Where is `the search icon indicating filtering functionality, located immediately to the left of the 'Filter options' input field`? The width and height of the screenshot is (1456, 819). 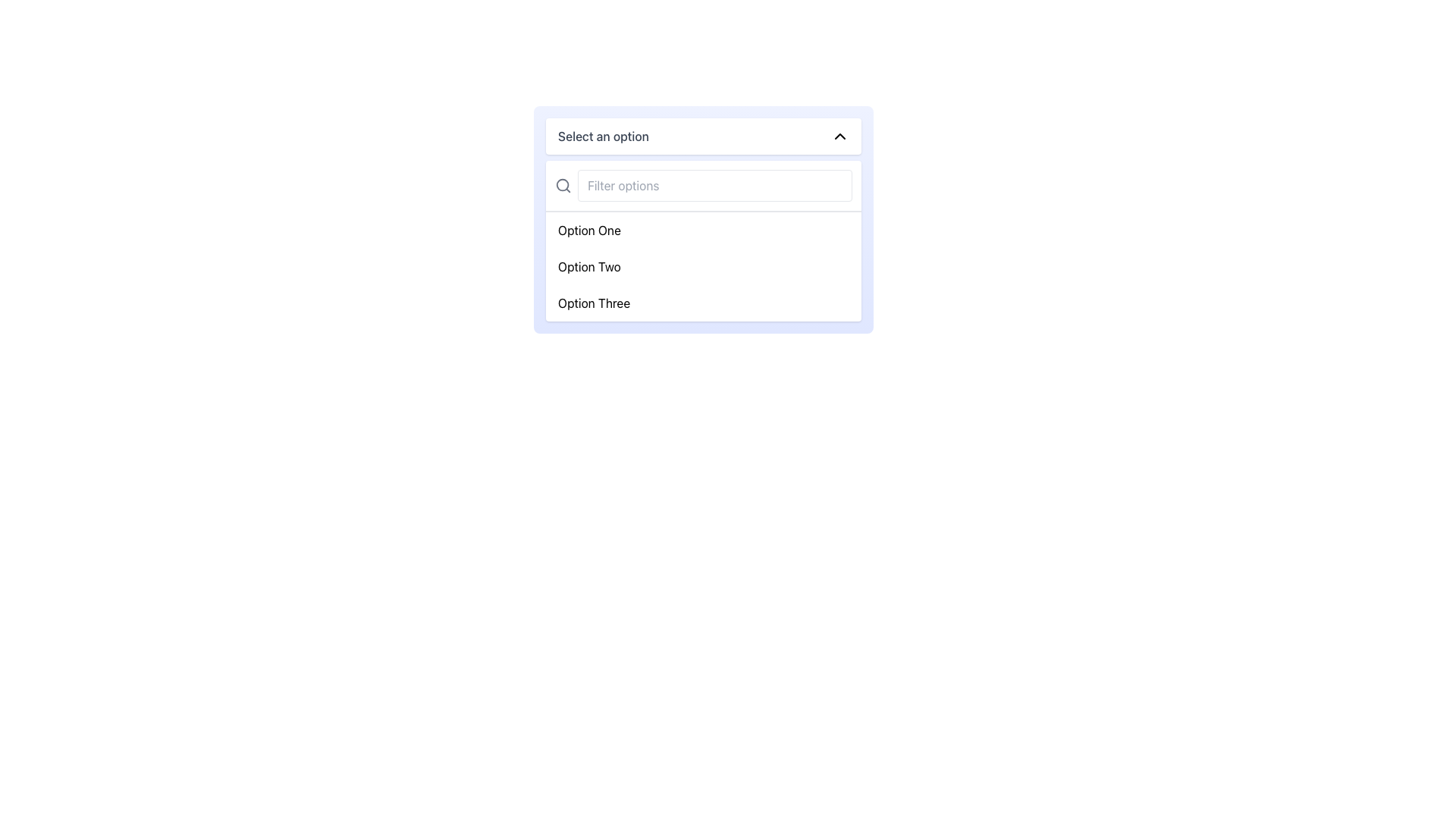
the search icon indicating filtering functionality, located immediately to the left of the 'Filter options' input field is located at coordinates (563, 185).